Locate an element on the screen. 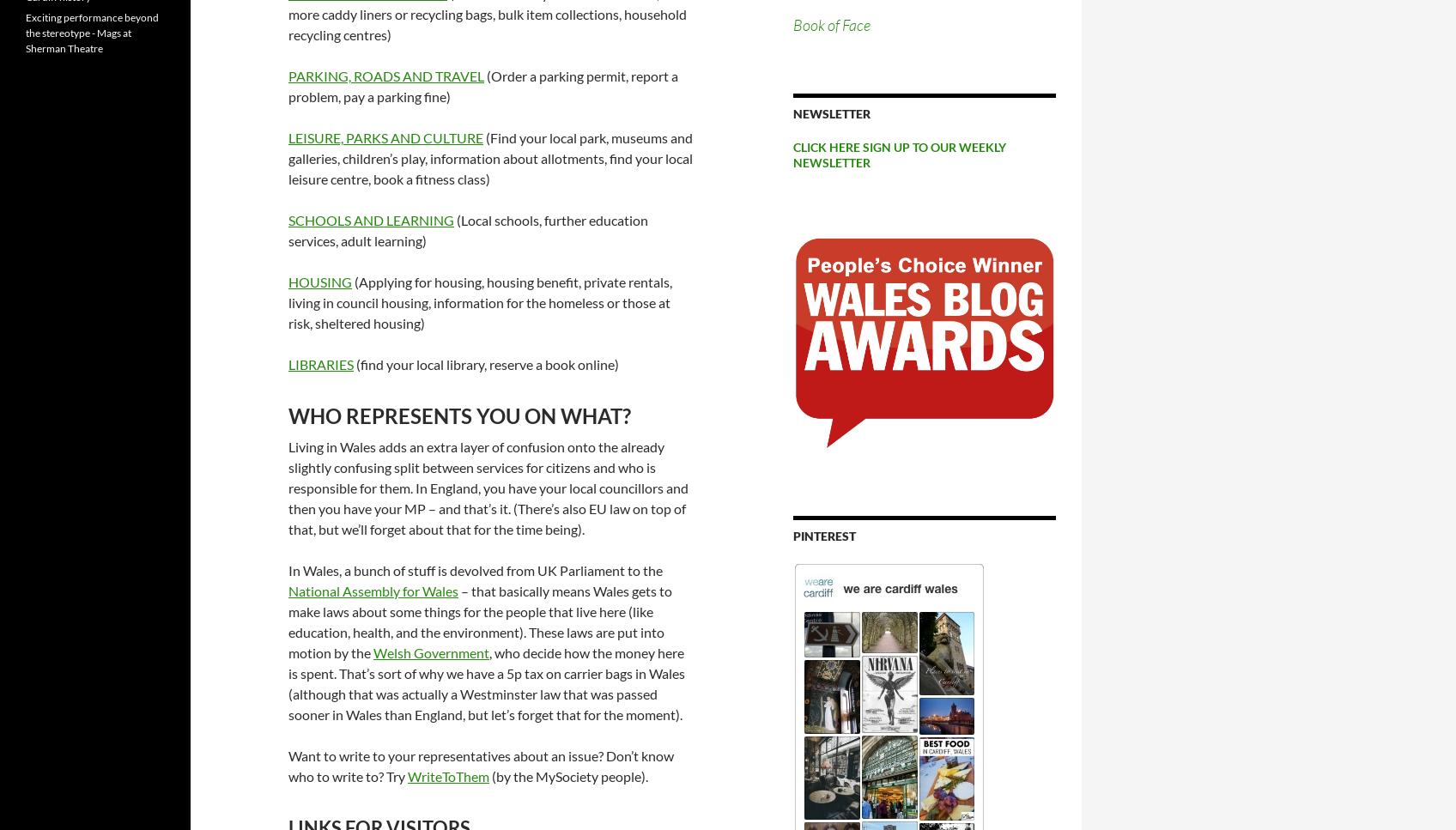 This screenshot has height=830, width=1456. 'National Assembly for Wales' is located at coordinates (373, 590).